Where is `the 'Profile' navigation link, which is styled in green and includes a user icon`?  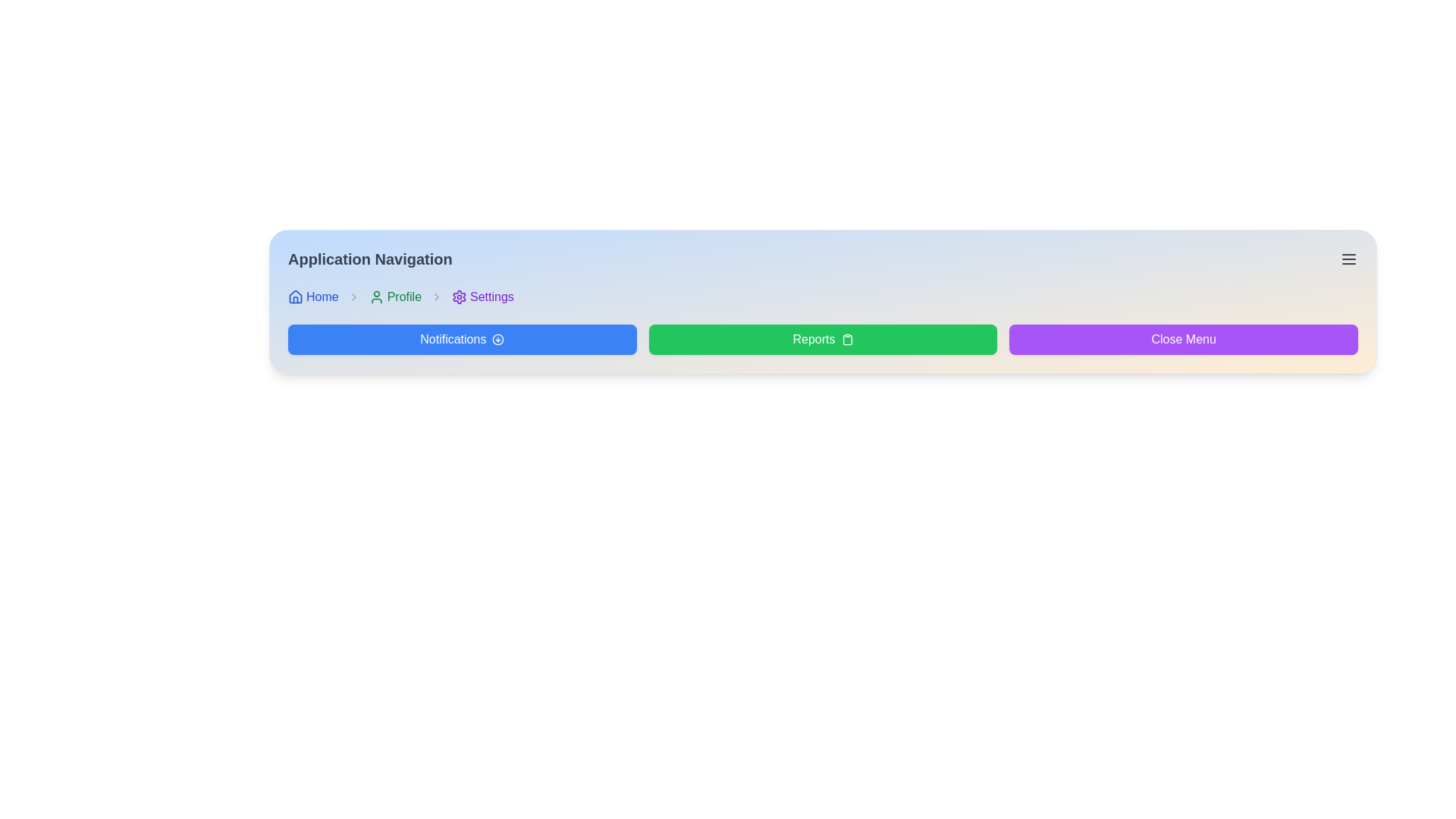 the 'Profile' navigation link, which is styled in green and includes a user icon is located at coordinates (395, 297).